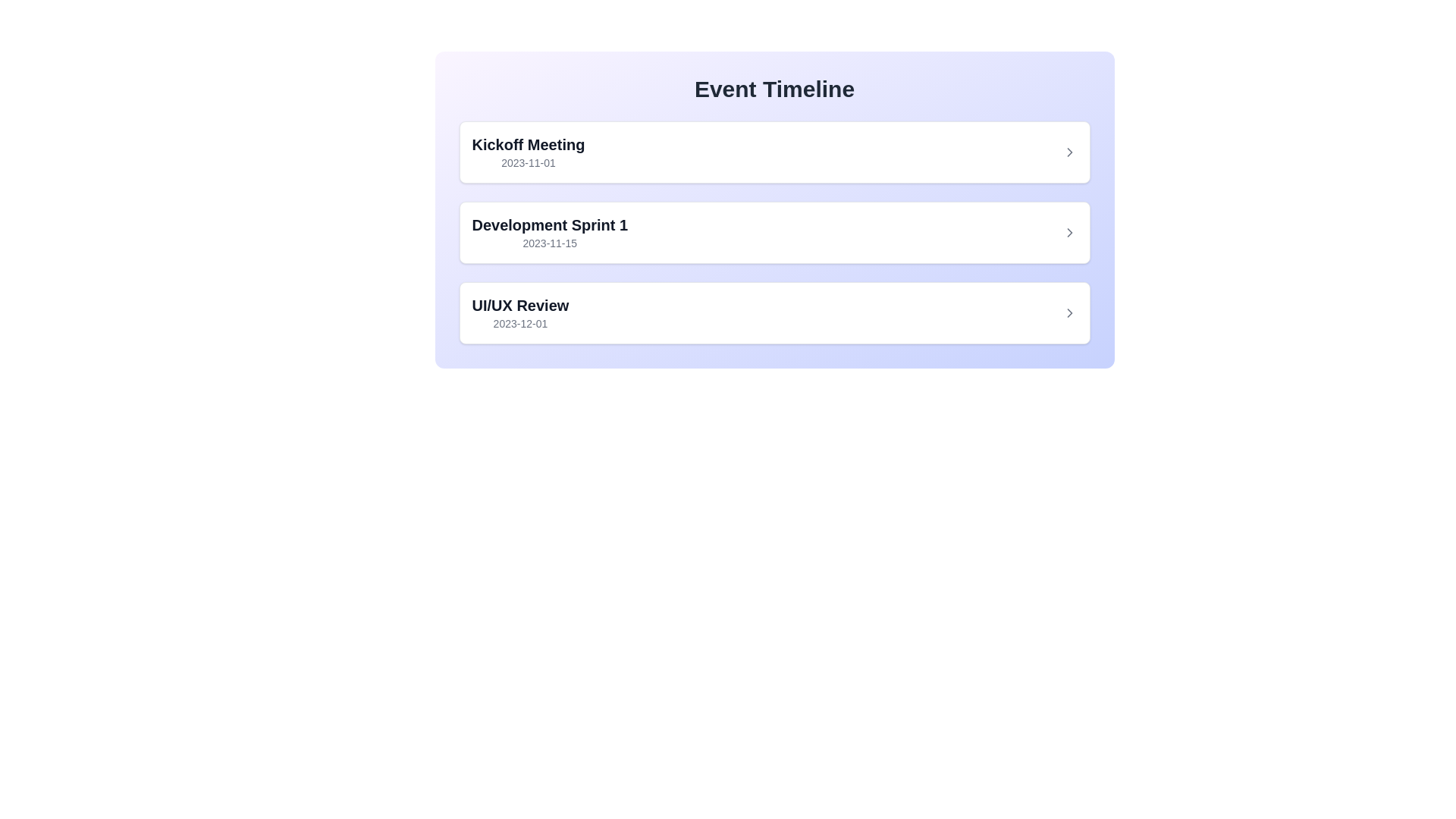 The image size is (1456, 819). Describe the element at coordinates (1068, 233) in the screenshot. I see `the right-facing chevron icon located in the second card from the top, adjacent to the text 'Development Sprint 1'` at that location.